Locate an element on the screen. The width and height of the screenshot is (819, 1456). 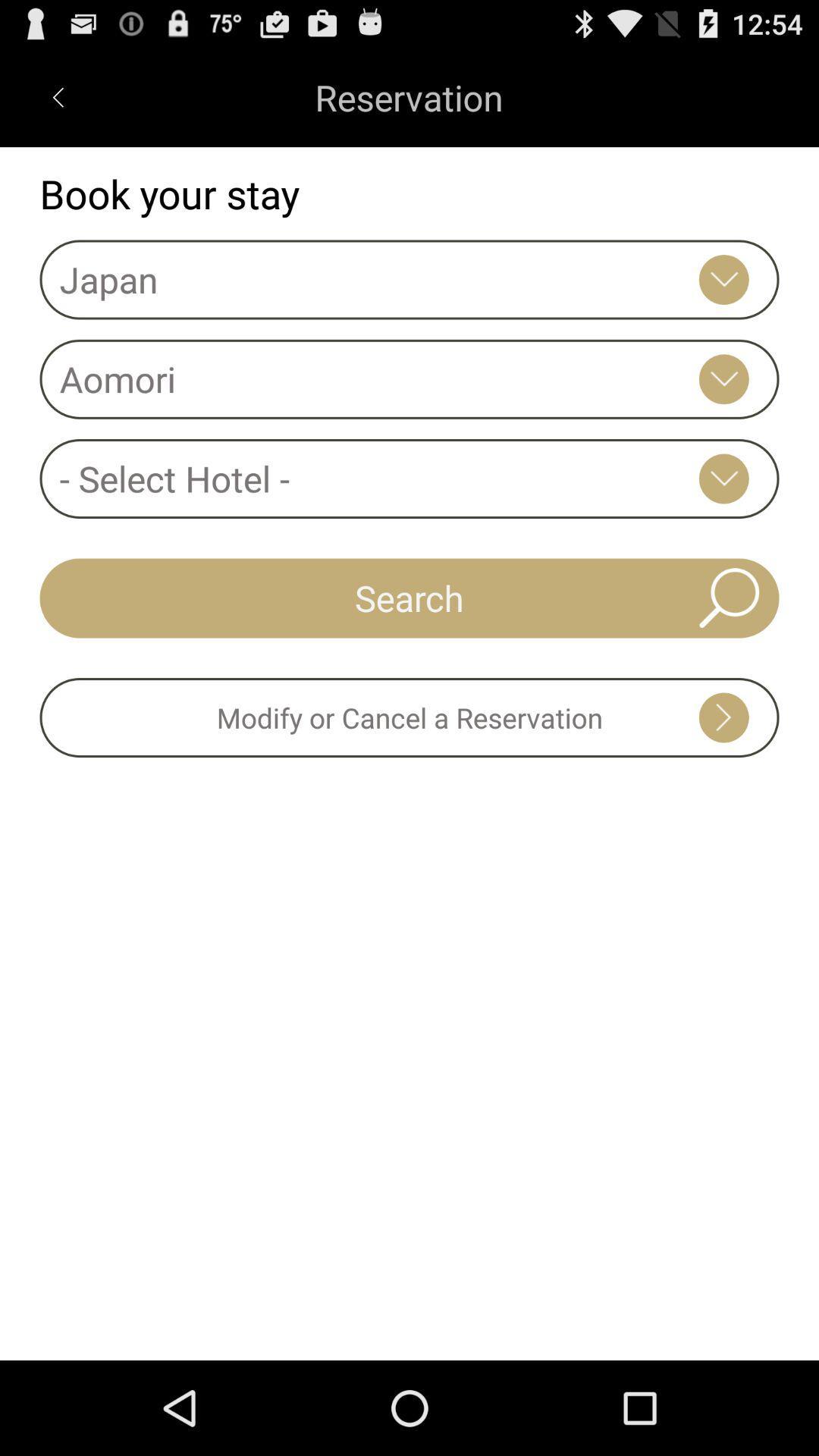
the item next to reservation is located at coordinates (57, 96).